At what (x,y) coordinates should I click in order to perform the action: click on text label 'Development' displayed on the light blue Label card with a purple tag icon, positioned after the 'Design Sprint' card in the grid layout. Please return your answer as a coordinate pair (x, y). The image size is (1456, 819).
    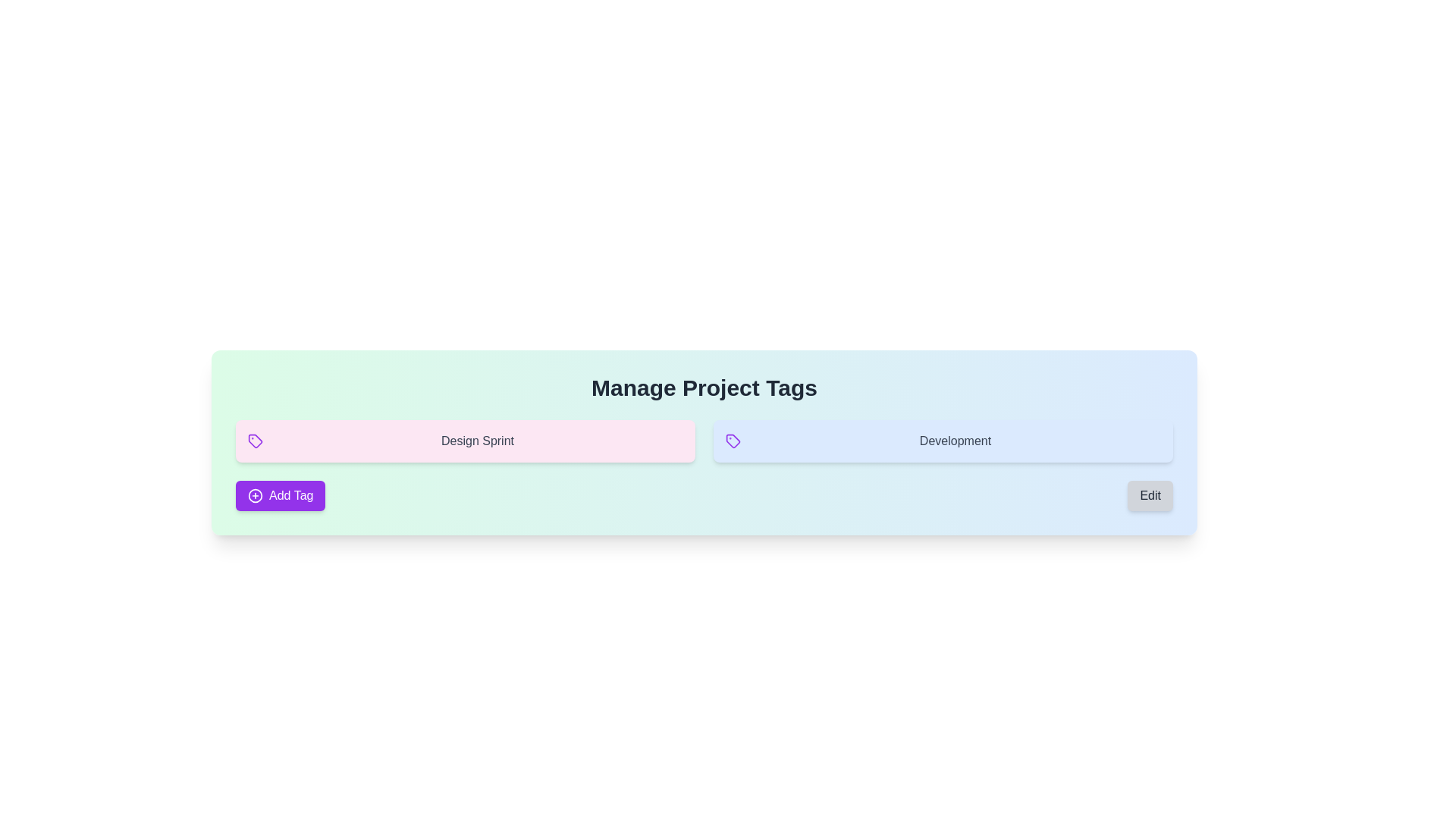
    Looking at the image, I should click on (942, 441).